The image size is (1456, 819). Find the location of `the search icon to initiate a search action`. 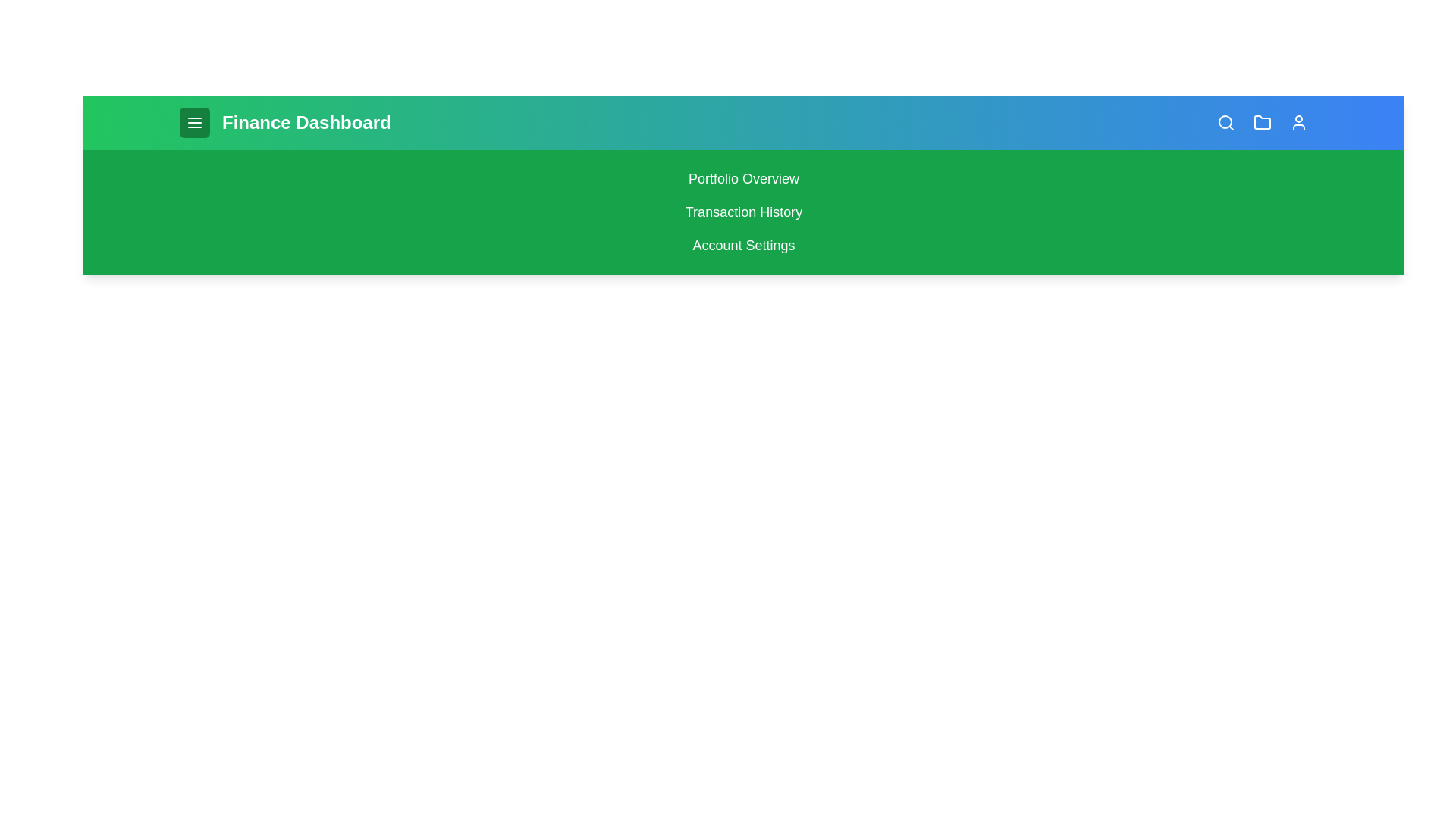

the search icon to initiate a search action is located at coordinates (1226, 122).